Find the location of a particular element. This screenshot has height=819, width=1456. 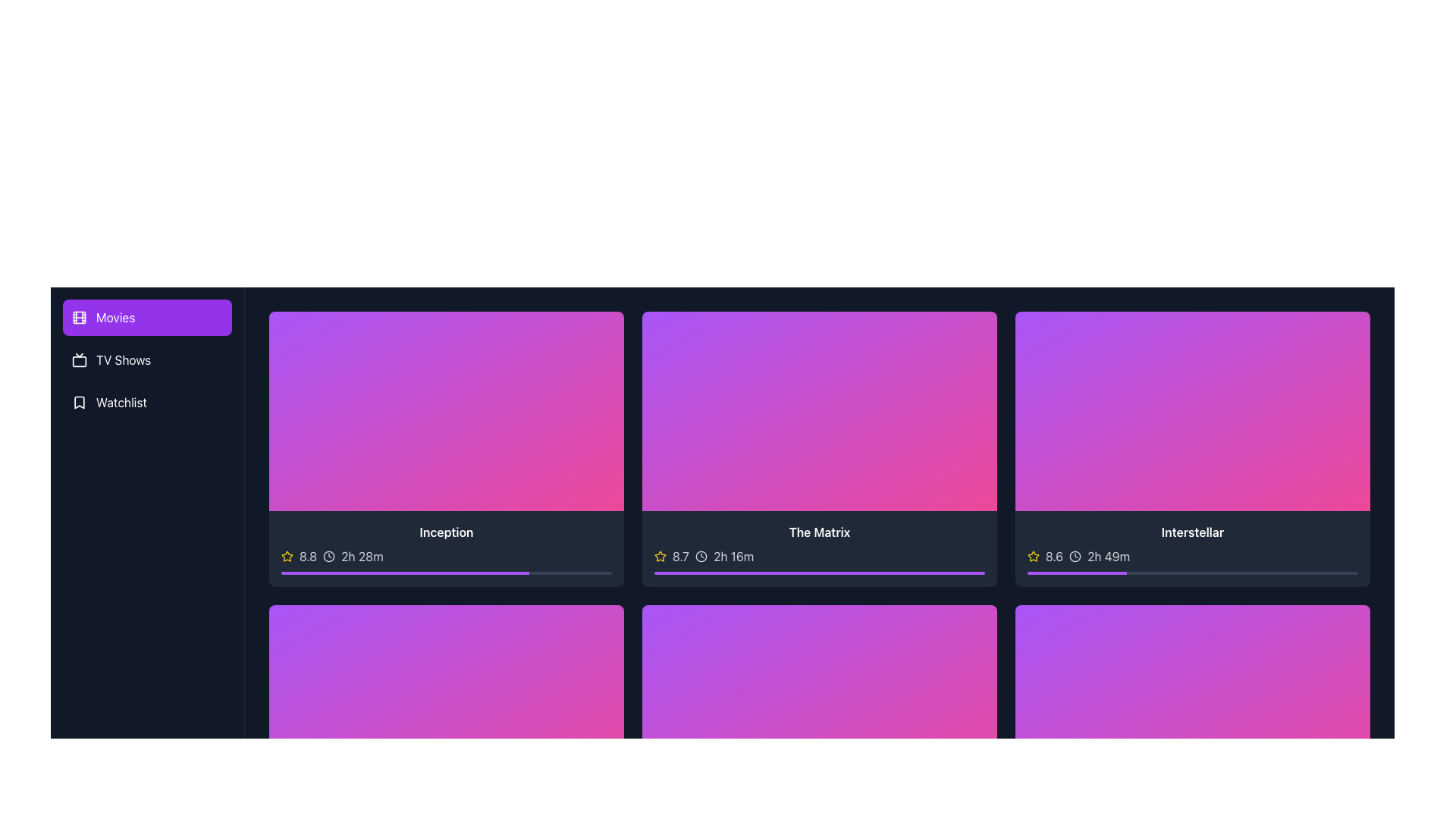

the rating icon located at the bottom of the 'Interstellar' movie tile, positioned to the left of the numerical rating '8.6' is located at coordinates (1033, 556).